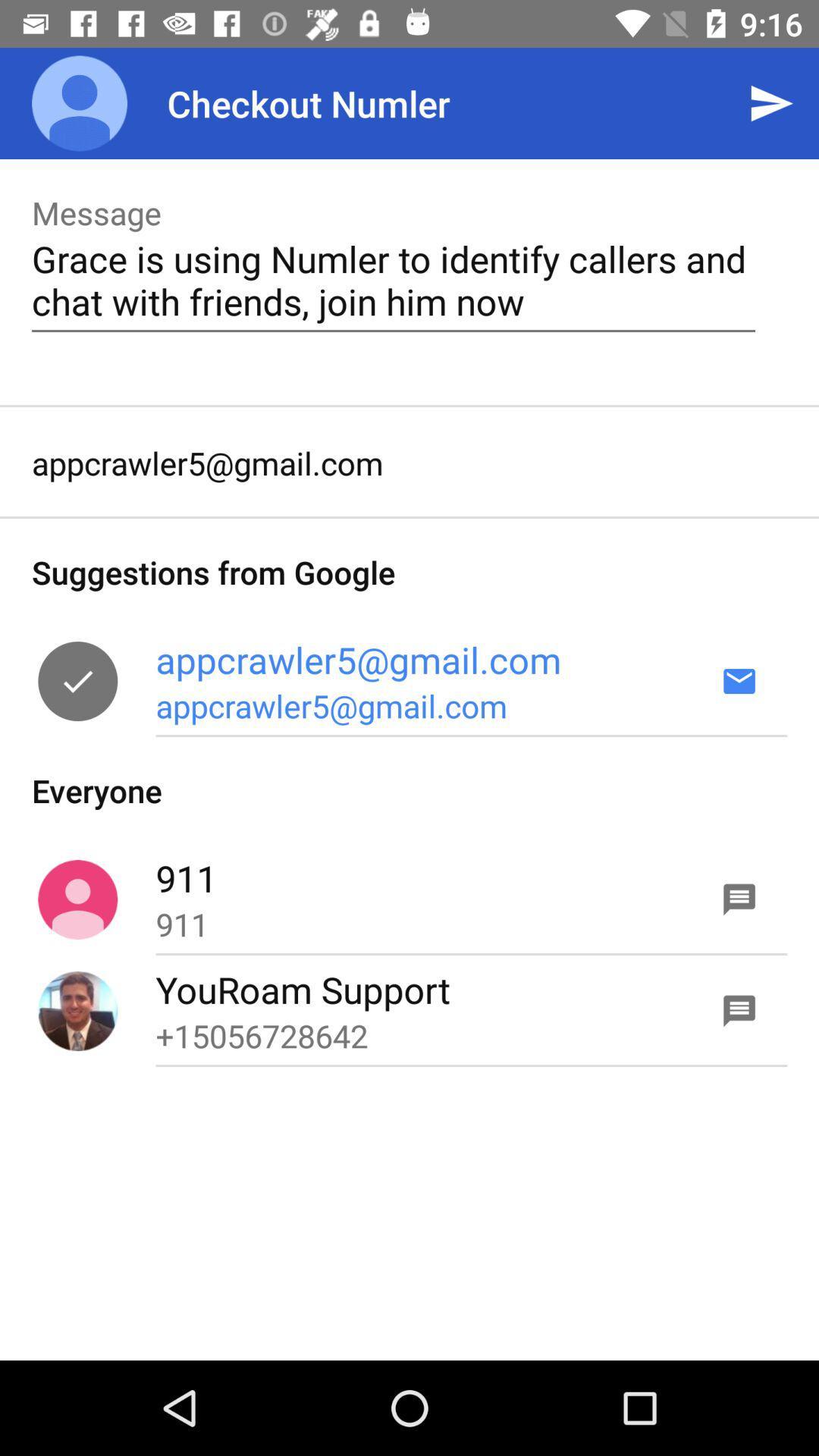 This screenshot has width=819, height=1456. Describe the element at coordinates (771, 102) in the screenshot. I see `the icon to the right of checkout numler app` at that location.